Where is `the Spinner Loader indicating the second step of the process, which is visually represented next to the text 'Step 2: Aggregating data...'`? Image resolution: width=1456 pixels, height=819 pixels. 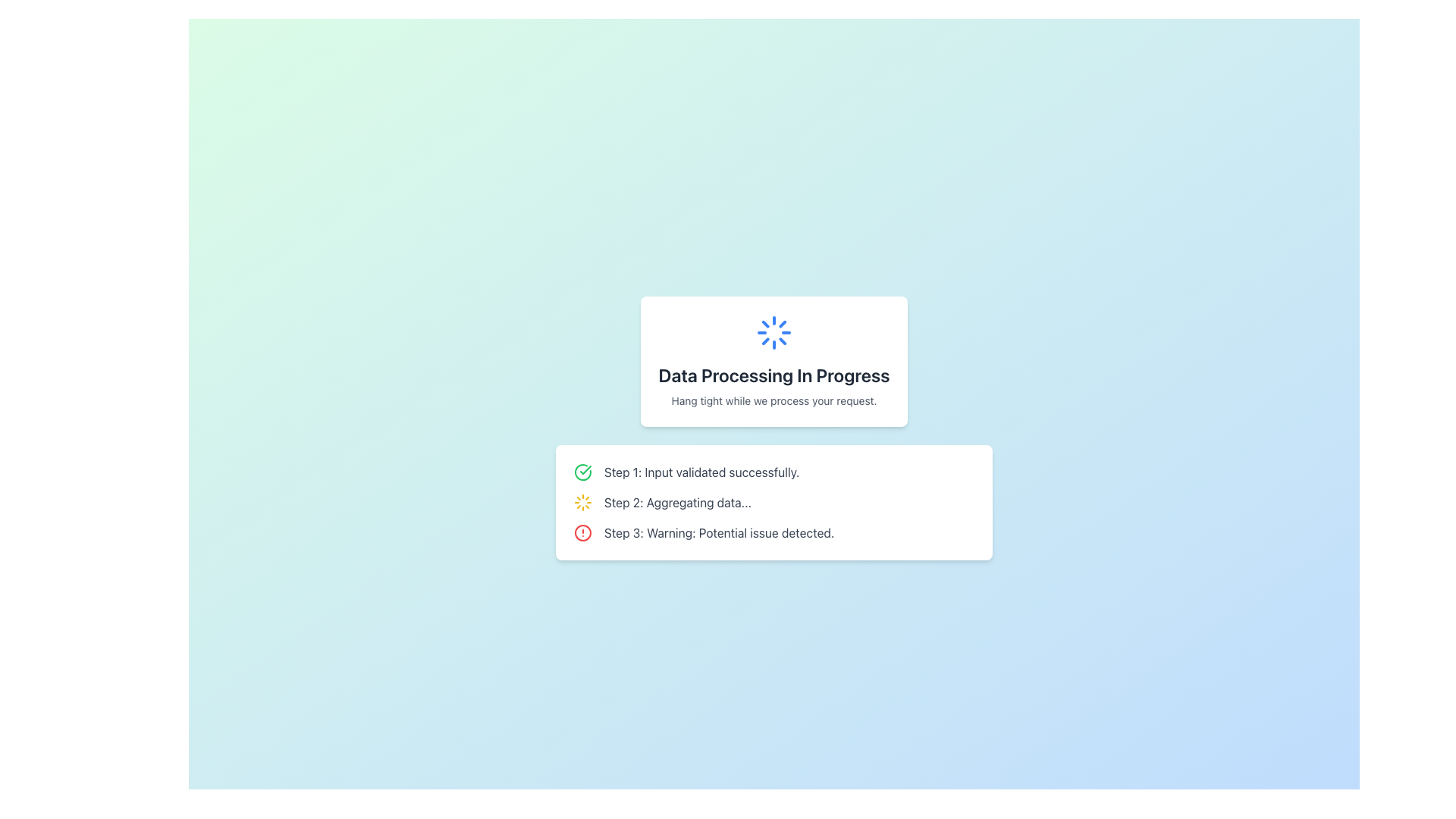
the Spinner Loader indicating the second step of the process, which is visually represented next to the text 'Step 2: Aggregating data...' is located at coordinates (582, 503).